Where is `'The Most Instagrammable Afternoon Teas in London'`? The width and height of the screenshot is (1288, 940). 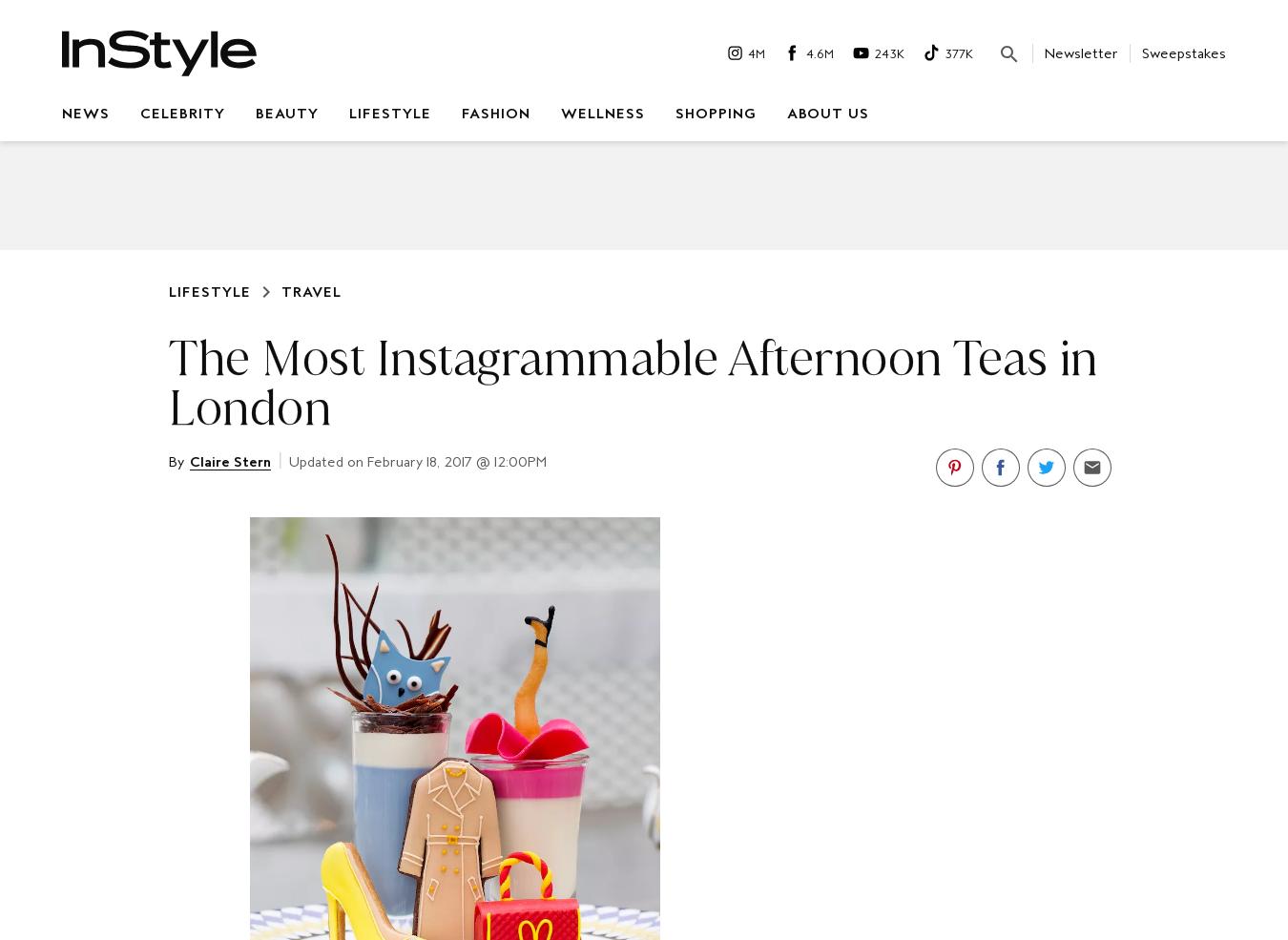
'The Most Instagrammable Afternoon Teas in London' is located at coordinates (633, 382).